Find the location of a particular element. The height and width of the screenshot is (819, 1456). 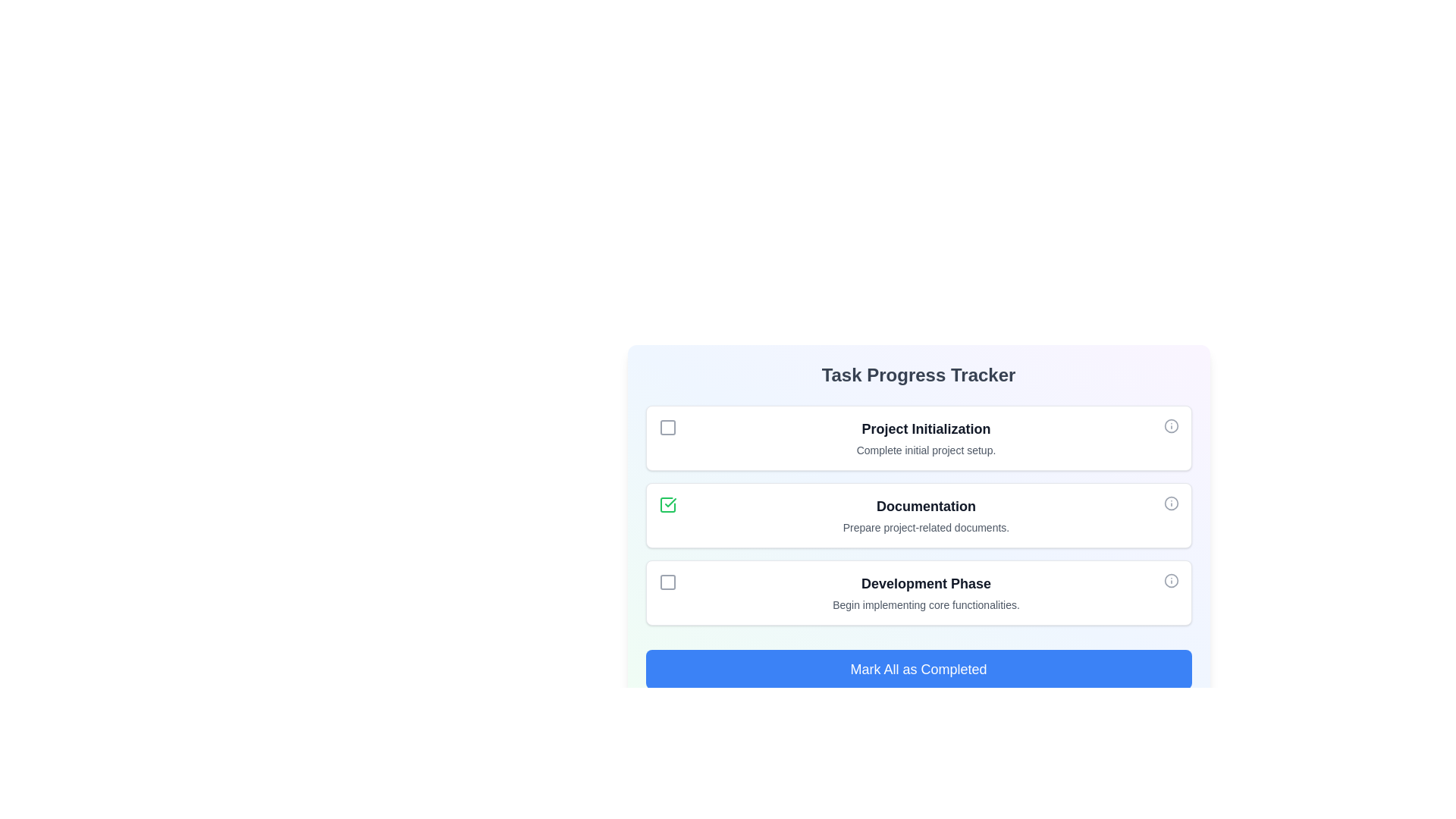

the 'Project Initialization' text label, which serves as a heading for the tasks listed in the task progress tracker interface is located at coordinates (925, 429).